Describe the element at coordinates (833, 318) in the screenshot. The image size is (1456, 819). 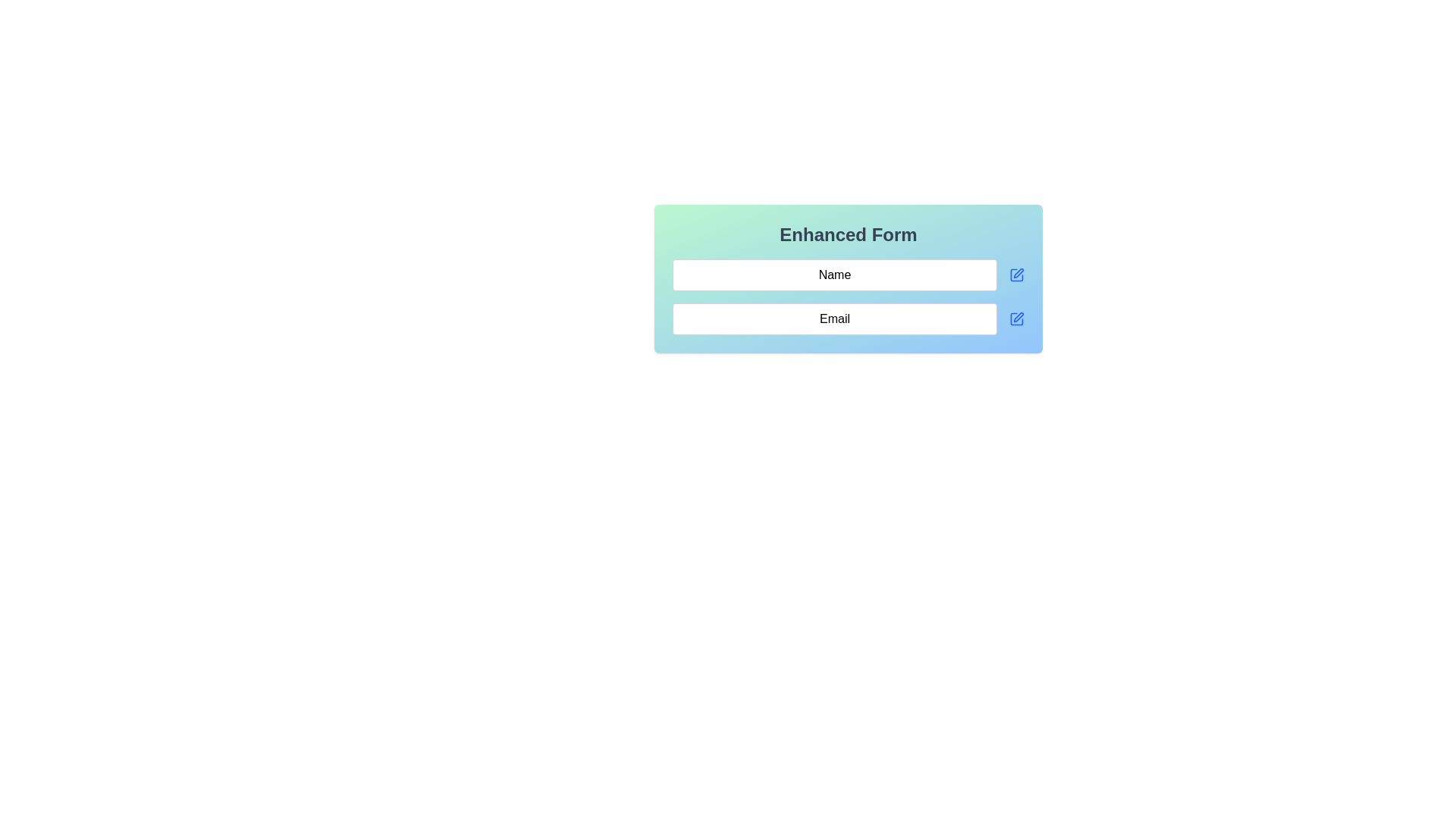
I see `on the 'Email' text input field, which is a rectangular area with a white background and a gray border, displaying the text 'Email'. It is located below the 'Name' field in the 'Enhanced Form'` at that location.